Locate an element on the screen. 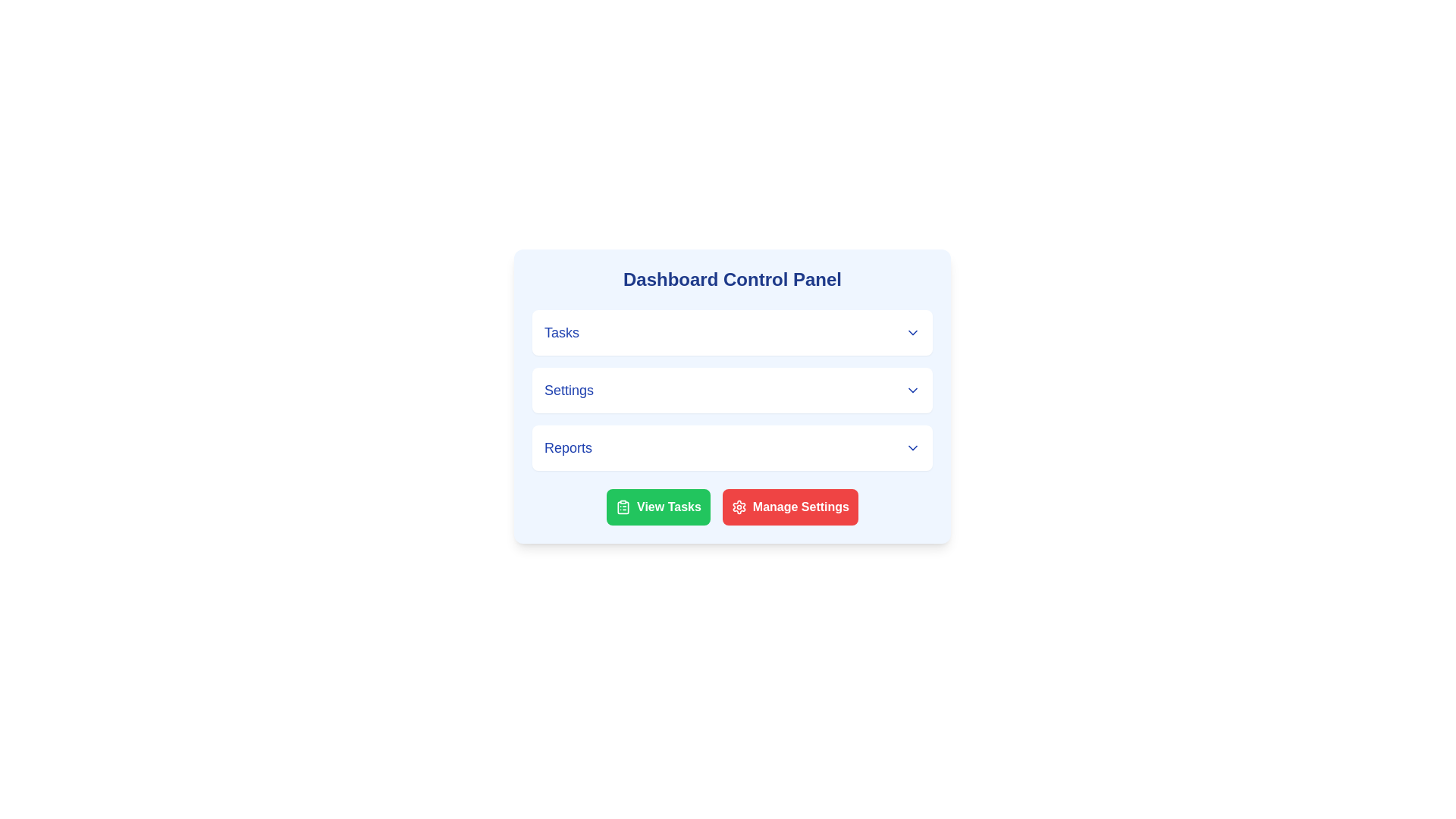  the gear-like icon representing the 'Manage Settings' button located on the dashboard interface is located at coordinates (739, 507).